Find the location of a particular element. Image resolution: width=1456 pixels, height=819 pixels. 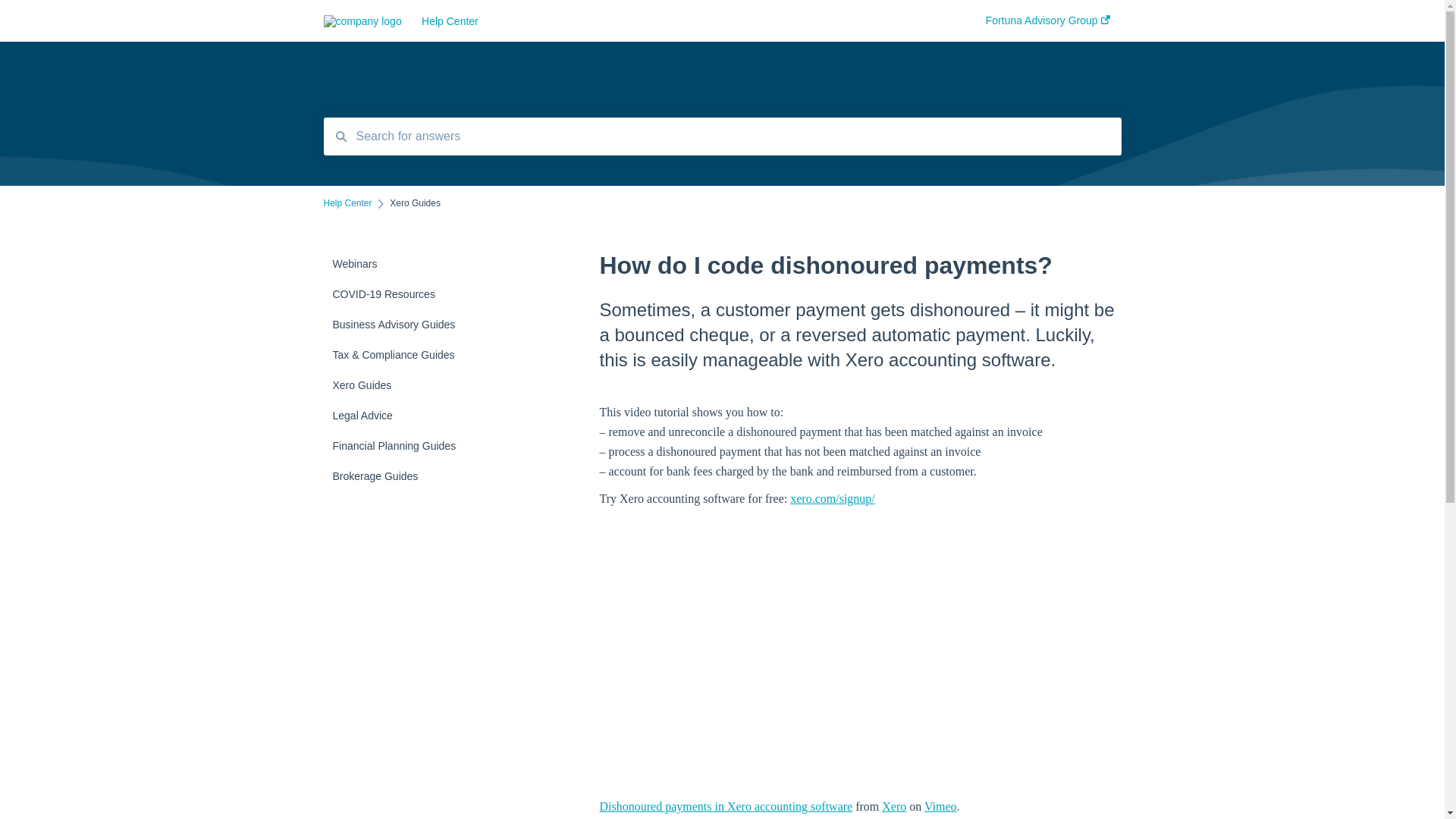

'xero.com/signup/' is located at coordinates (832, 498).